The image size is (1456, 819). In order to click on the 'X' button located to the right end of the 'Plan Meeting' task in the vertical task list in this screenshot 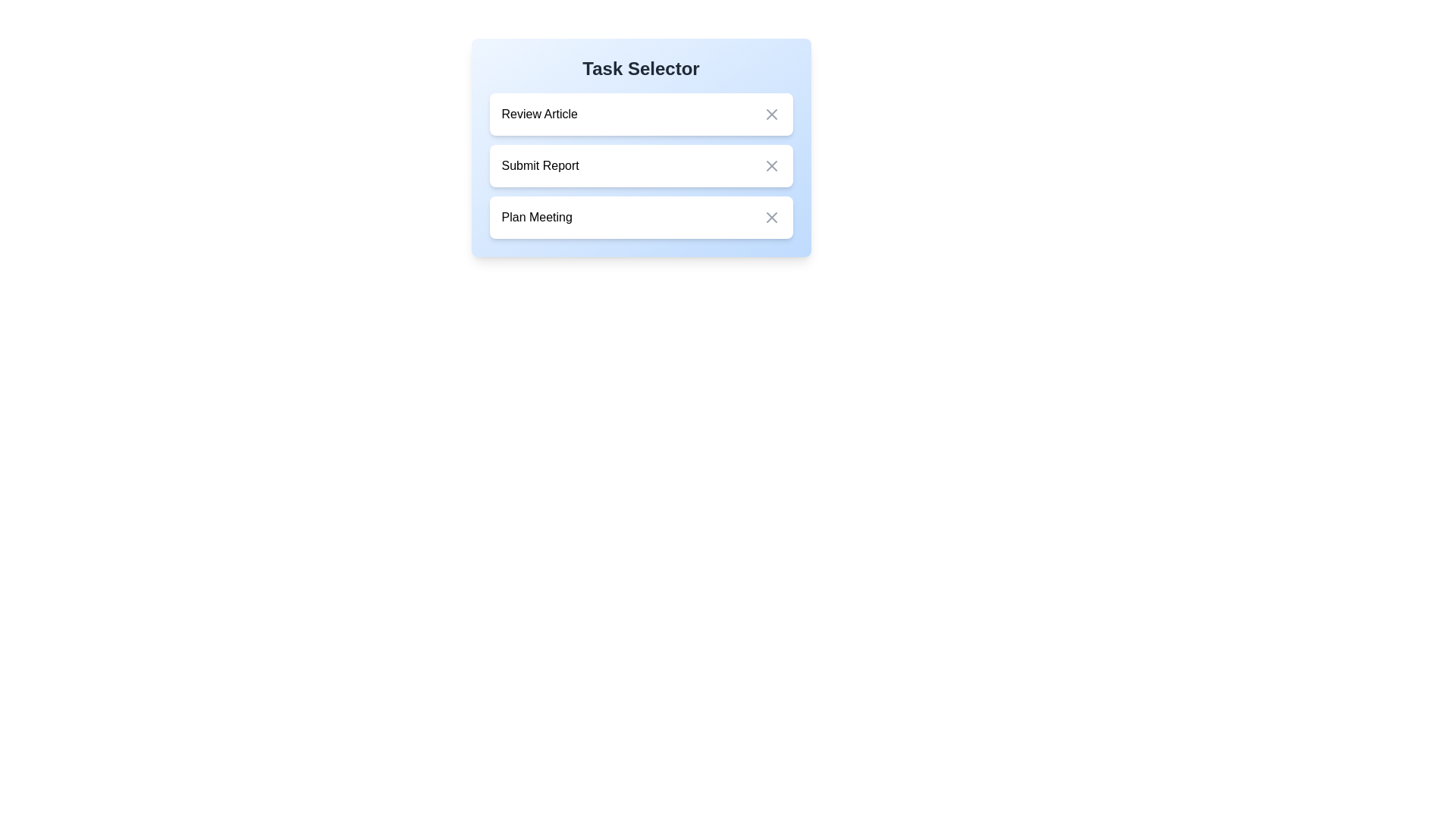, I will do `click(771, 217)`.